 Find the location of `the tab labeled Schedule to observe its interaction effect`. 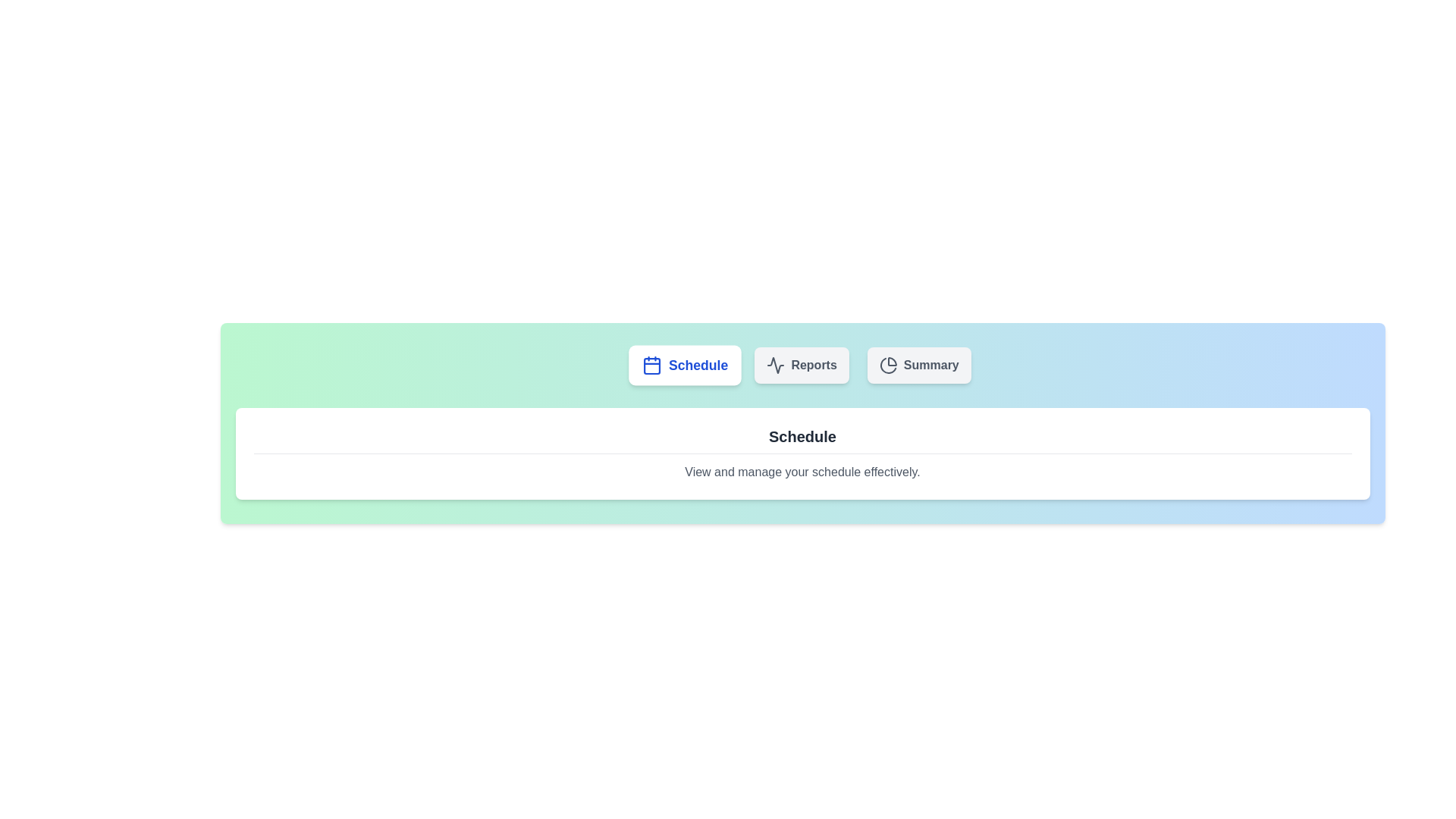

the tab labeled Schedule to observe its interaction effect is located at coordinates (684, 366).